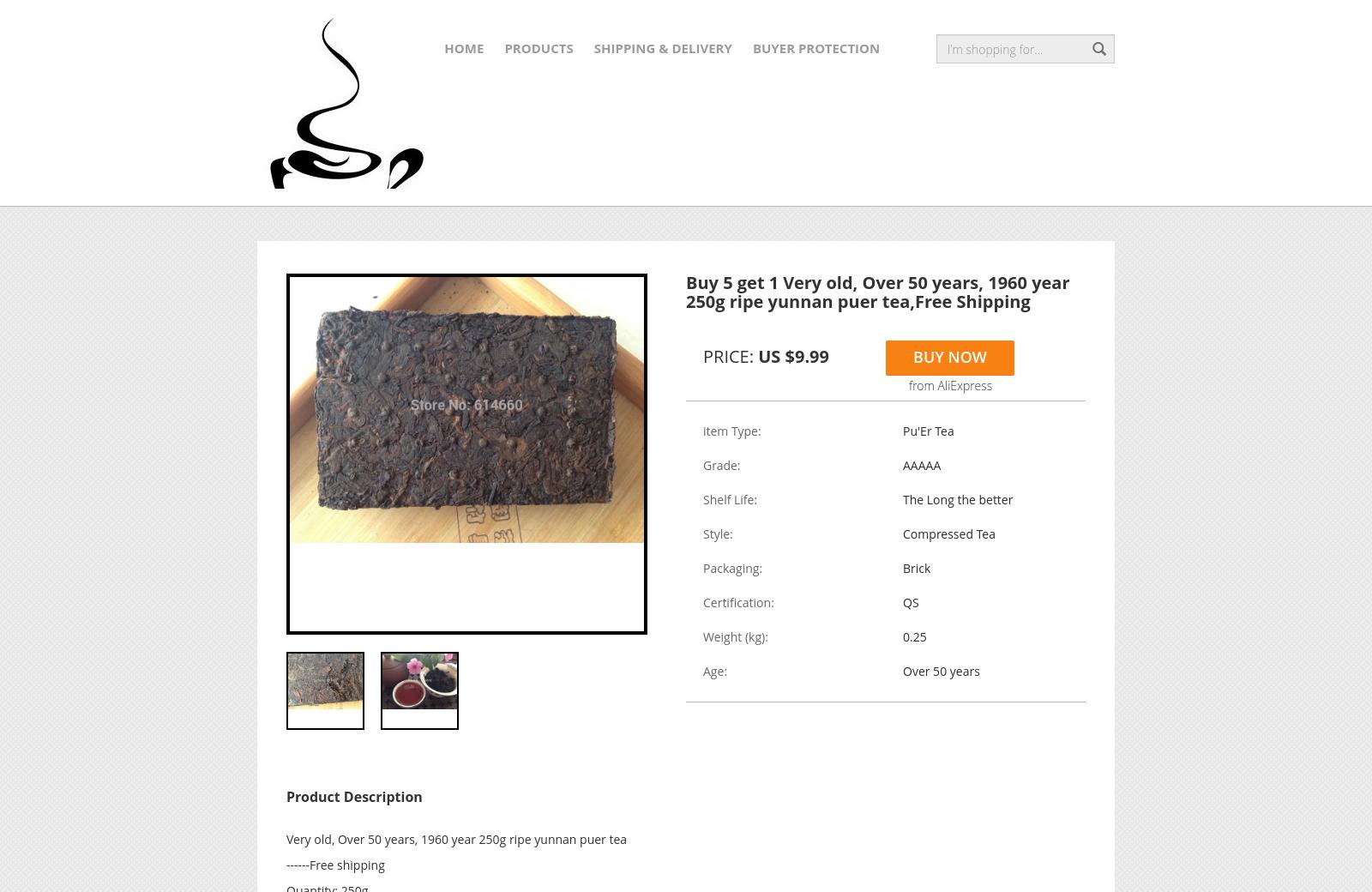 Image resolution: width=1372 pixels, height=892 pixels. I want to click on 'Brick', so click(916, 567).